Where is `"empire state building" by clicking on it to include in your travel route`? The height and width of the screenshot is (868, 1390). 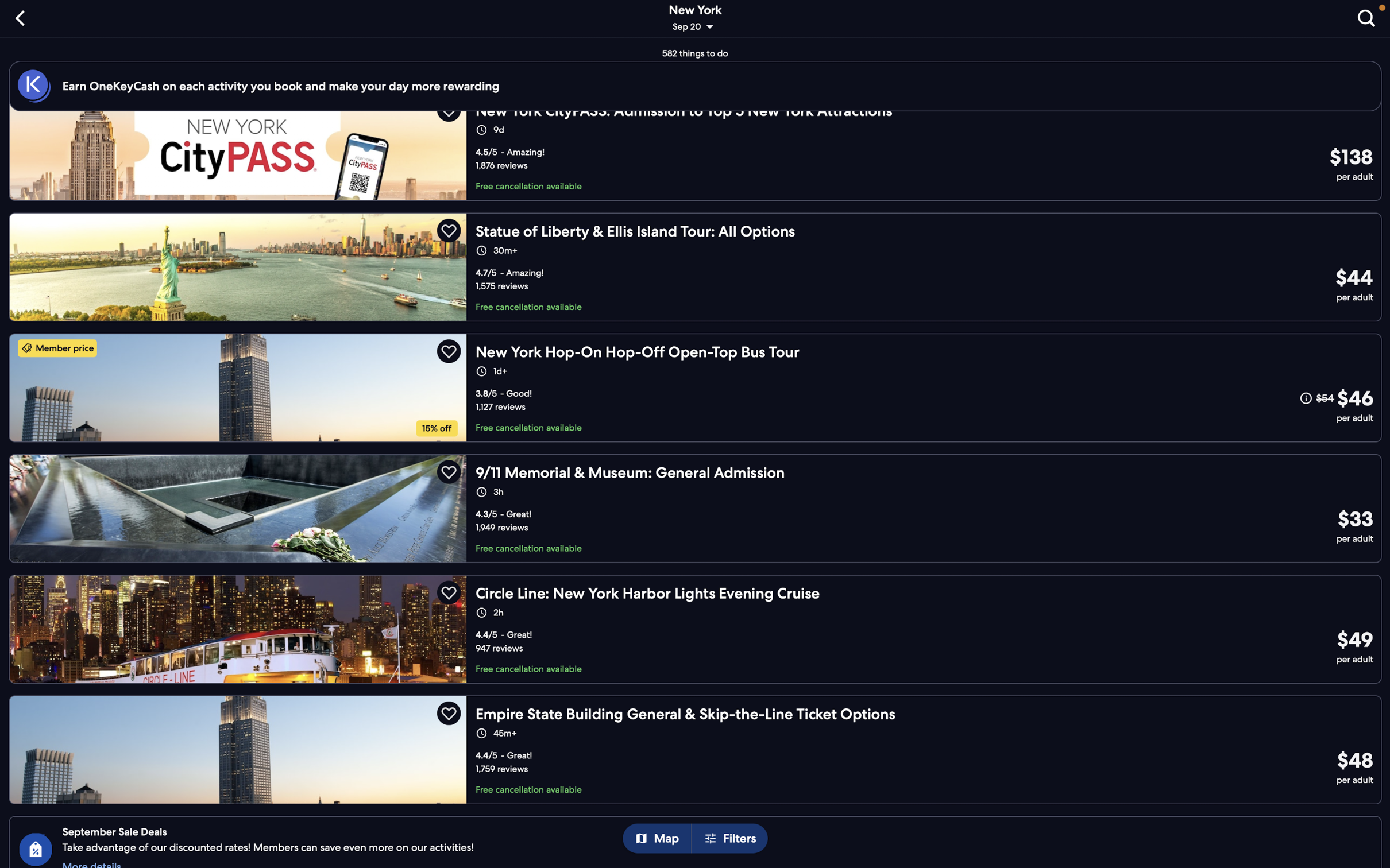
"empire state building" by clicking on it to include in your travel route is located at coordinates (699, 746).